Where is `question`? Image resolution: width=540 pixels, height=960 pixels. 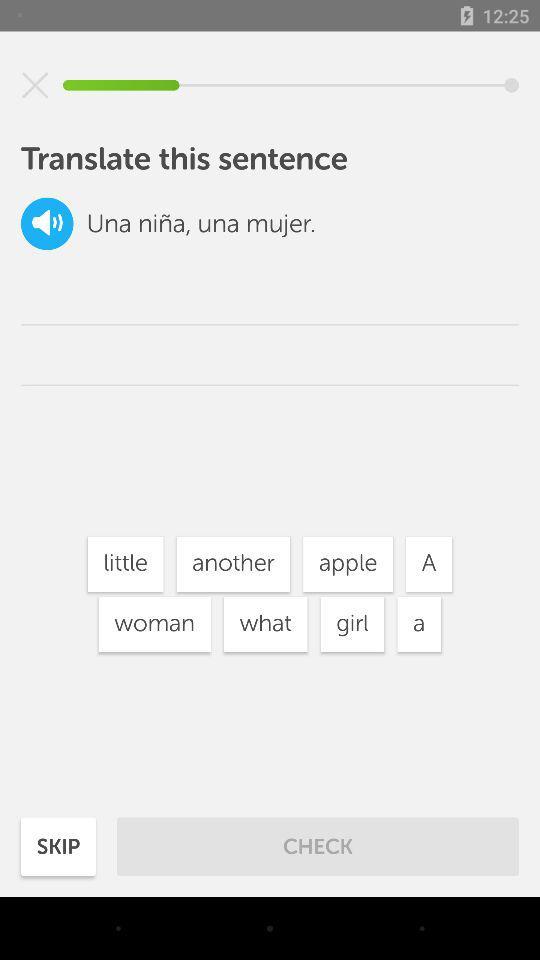 question is located at coordinates (35, 85).